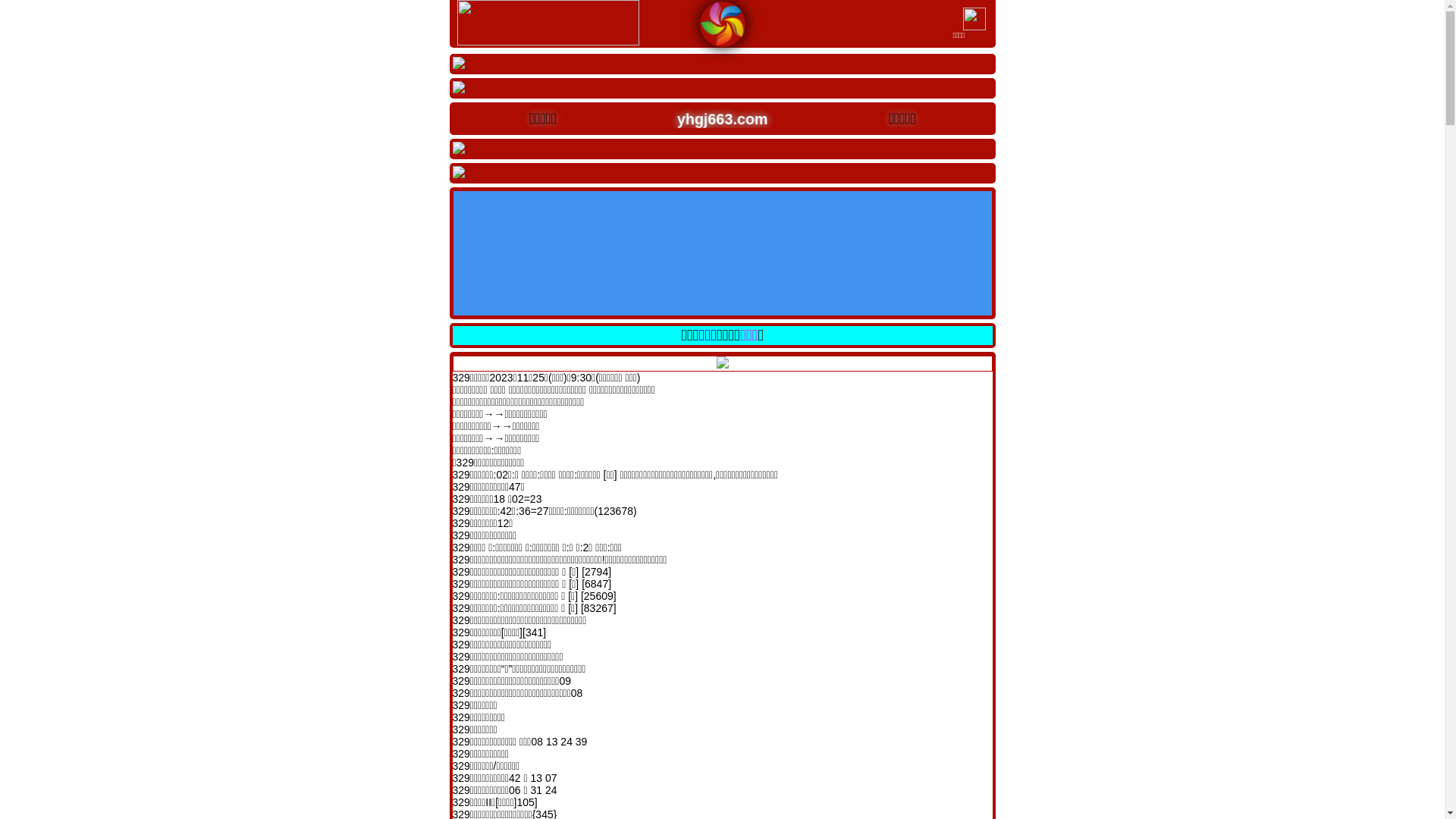 The image size is (1456, 819). What do you see at coordinates (710, 116) in the screenshot?
I see `'yhgj663.com'` at bounding box center [710, 116].